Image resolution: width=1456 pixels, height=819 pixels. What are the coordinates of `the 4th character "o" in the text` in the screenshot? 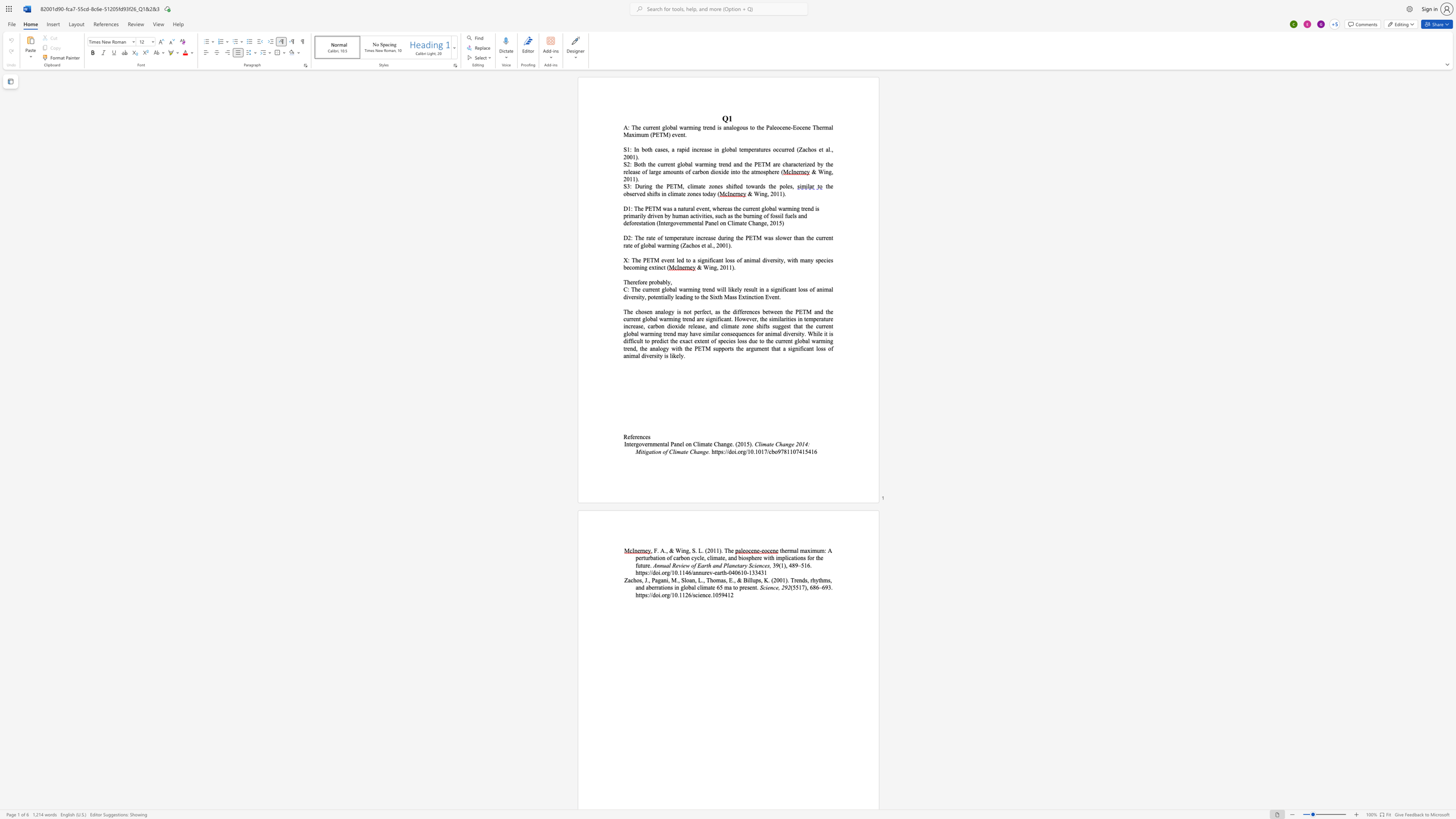 It's located at (648, 319).